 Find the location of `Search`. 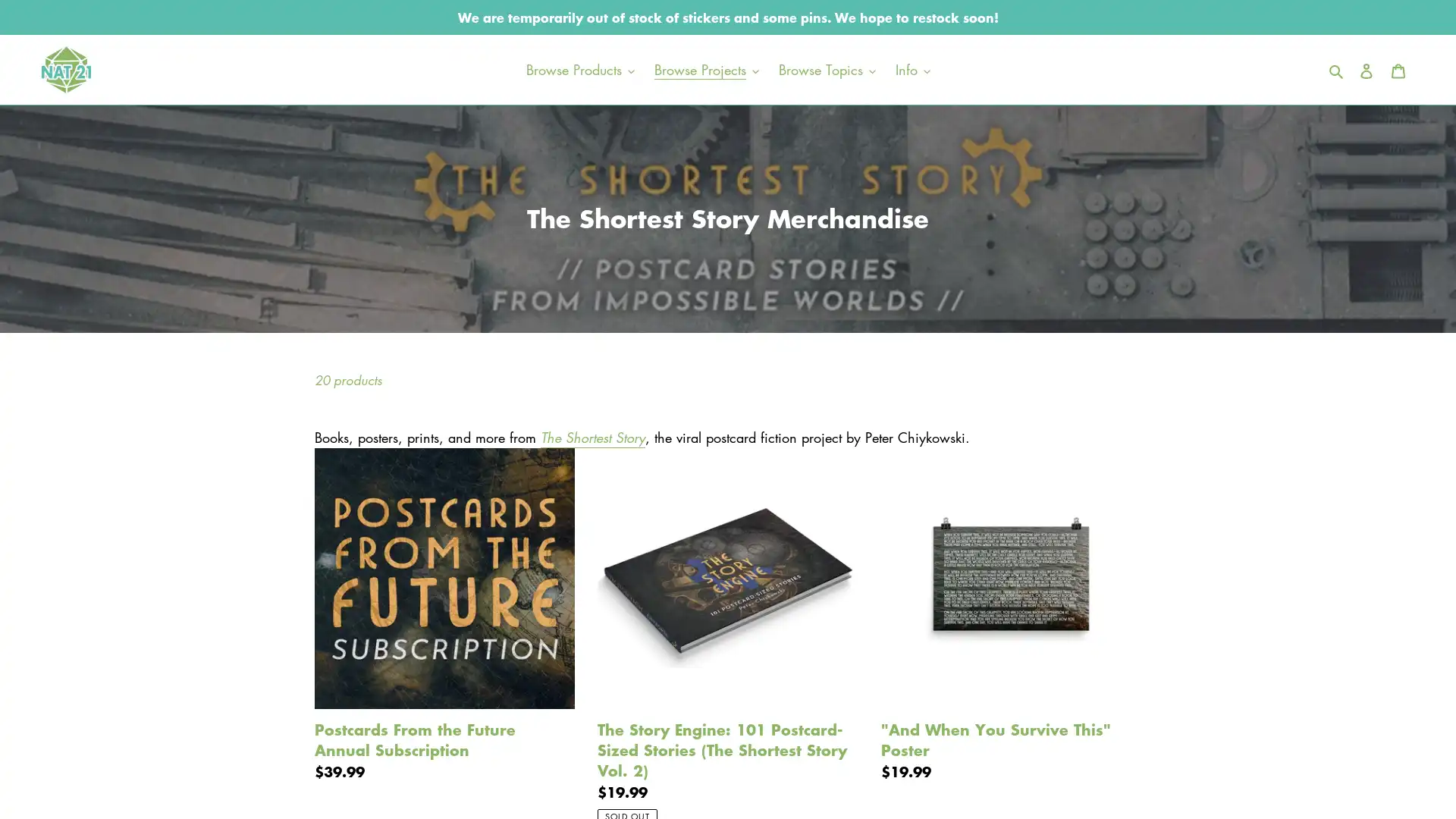

Search is located at coordinates (1337, 69).